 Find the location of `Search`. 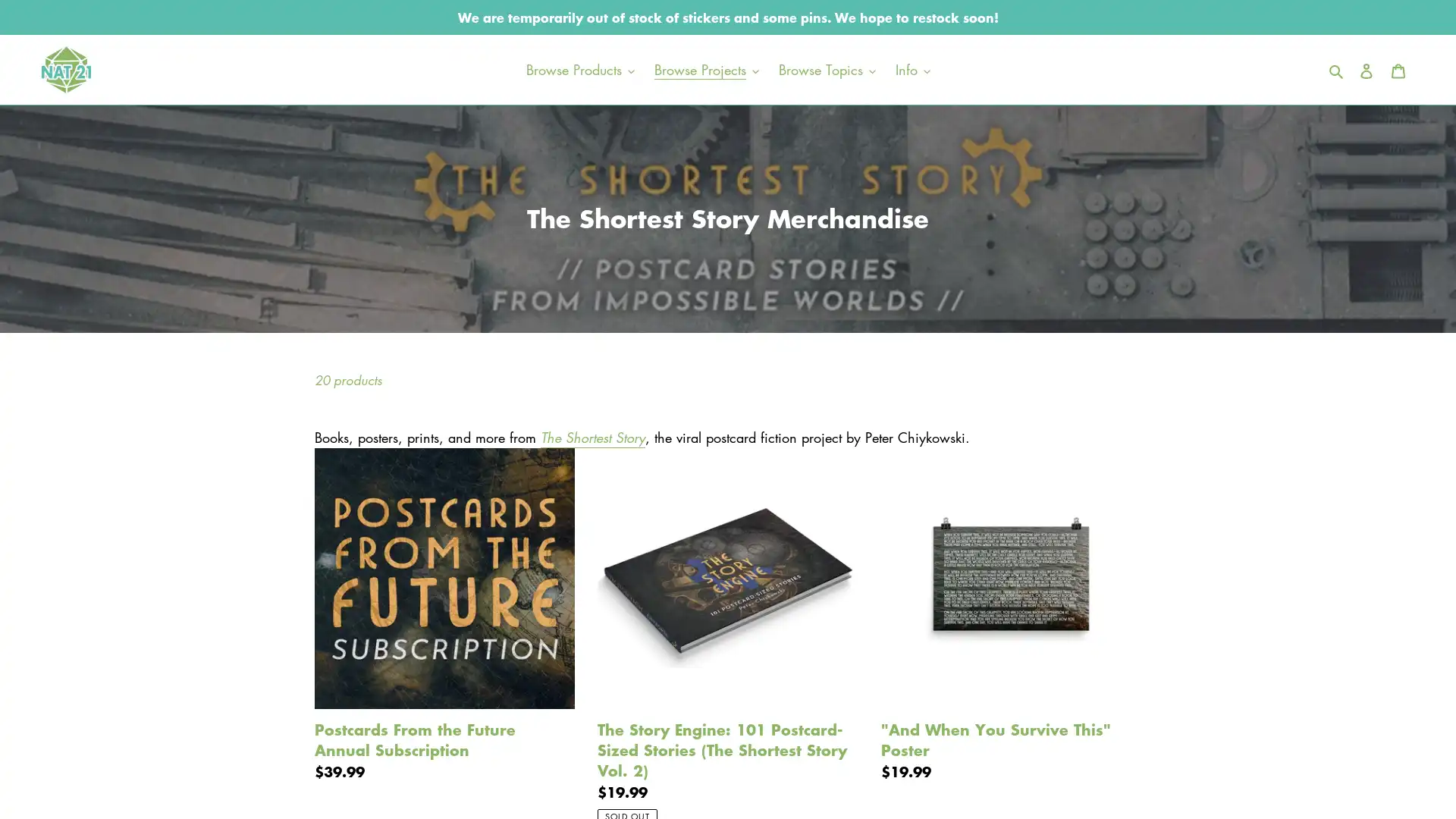

Search is located at coordinates (1337, 69).